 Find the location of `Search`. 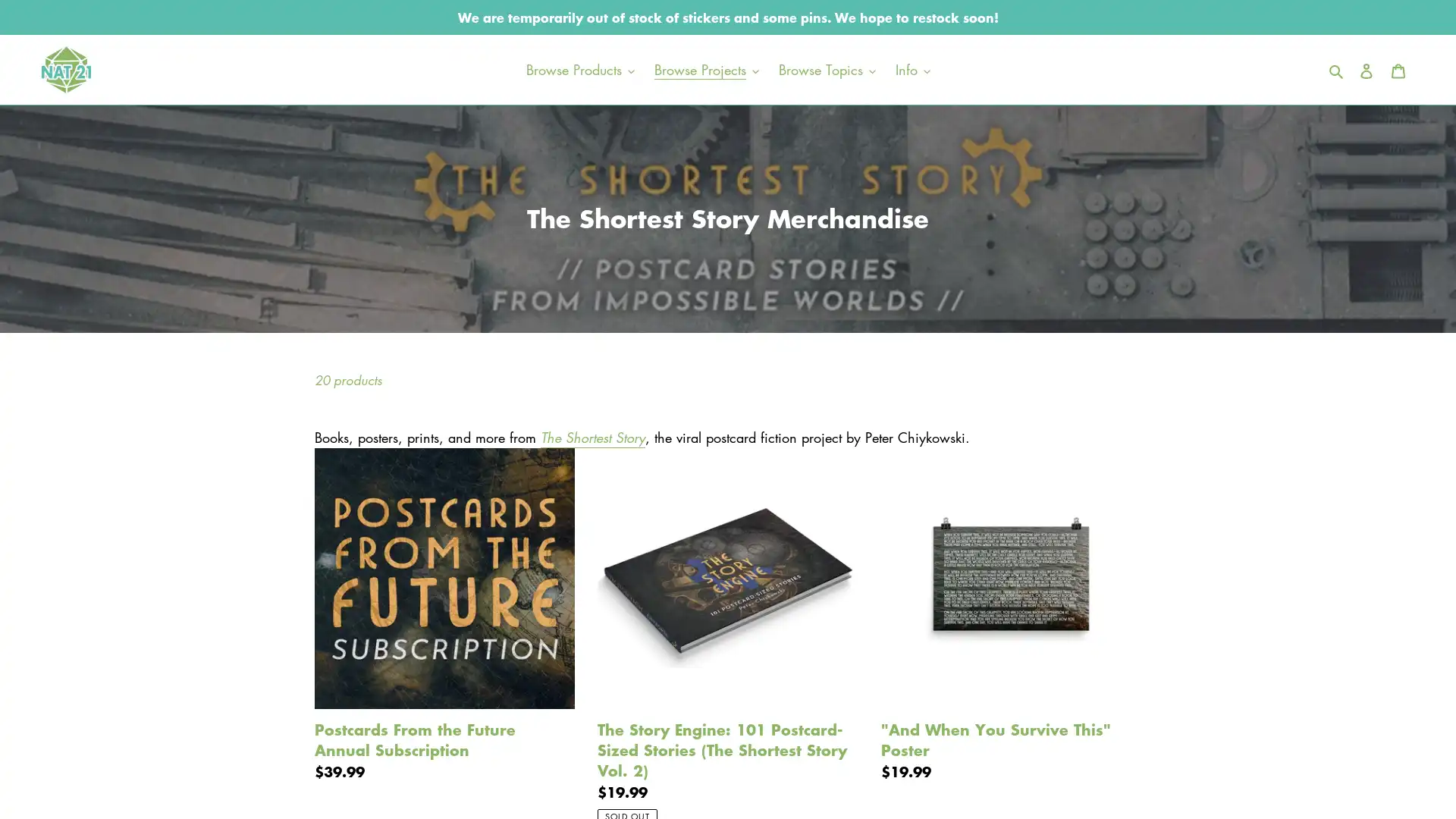

Search is located at coordinates (1337, 69).